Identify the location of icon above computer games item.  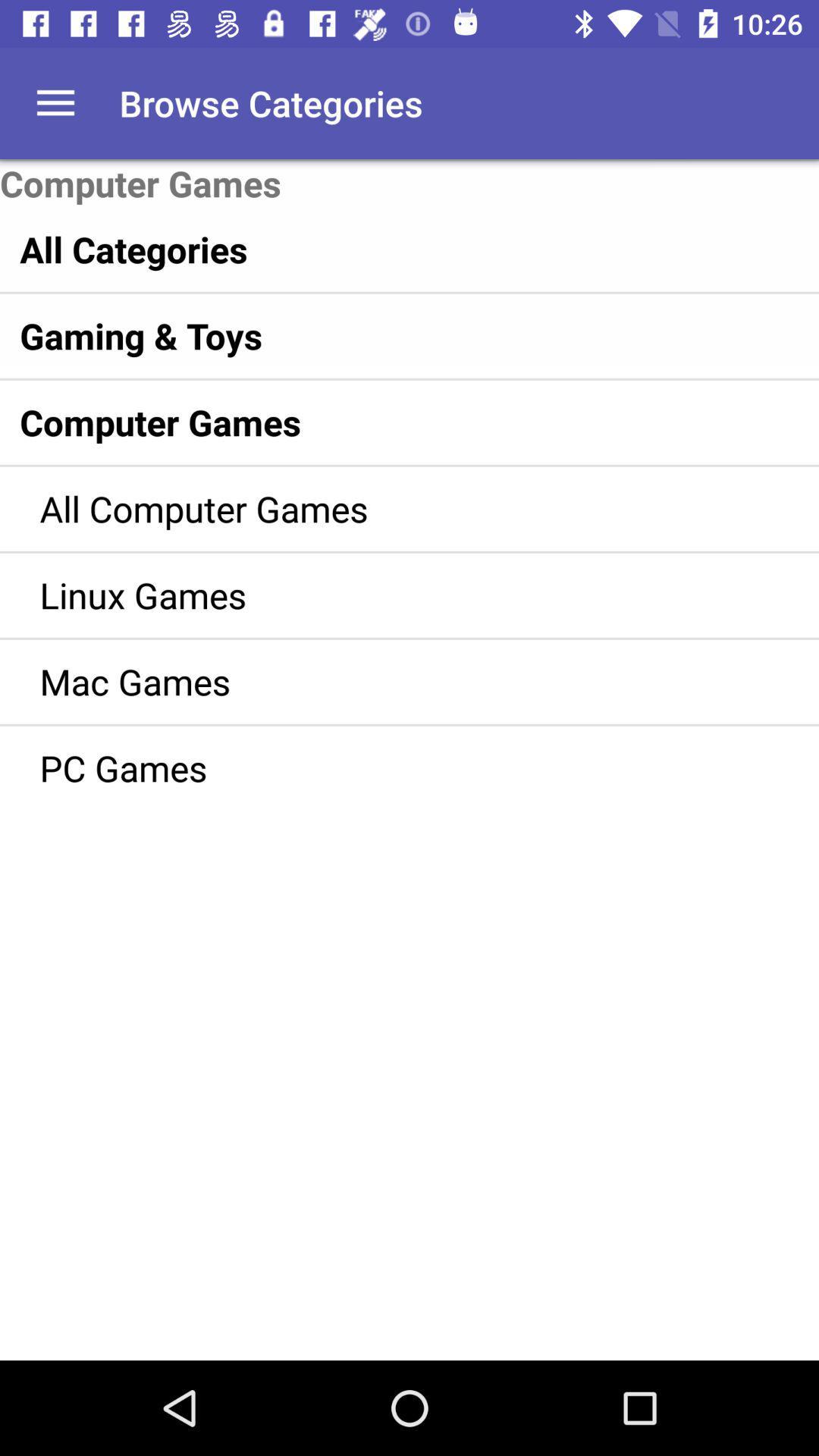
(55, 102).